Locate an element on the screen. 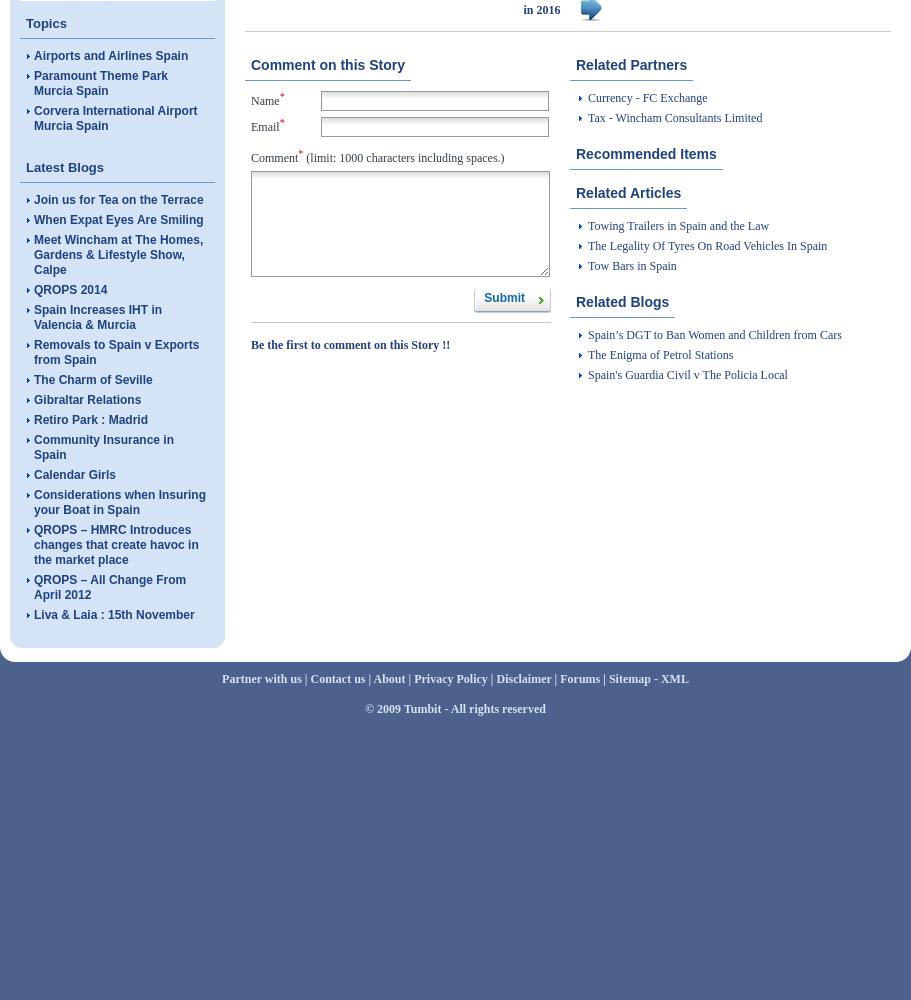 The height and width of the screenshot is (1000, 911). 'About' is located at coordinates (387, 679).